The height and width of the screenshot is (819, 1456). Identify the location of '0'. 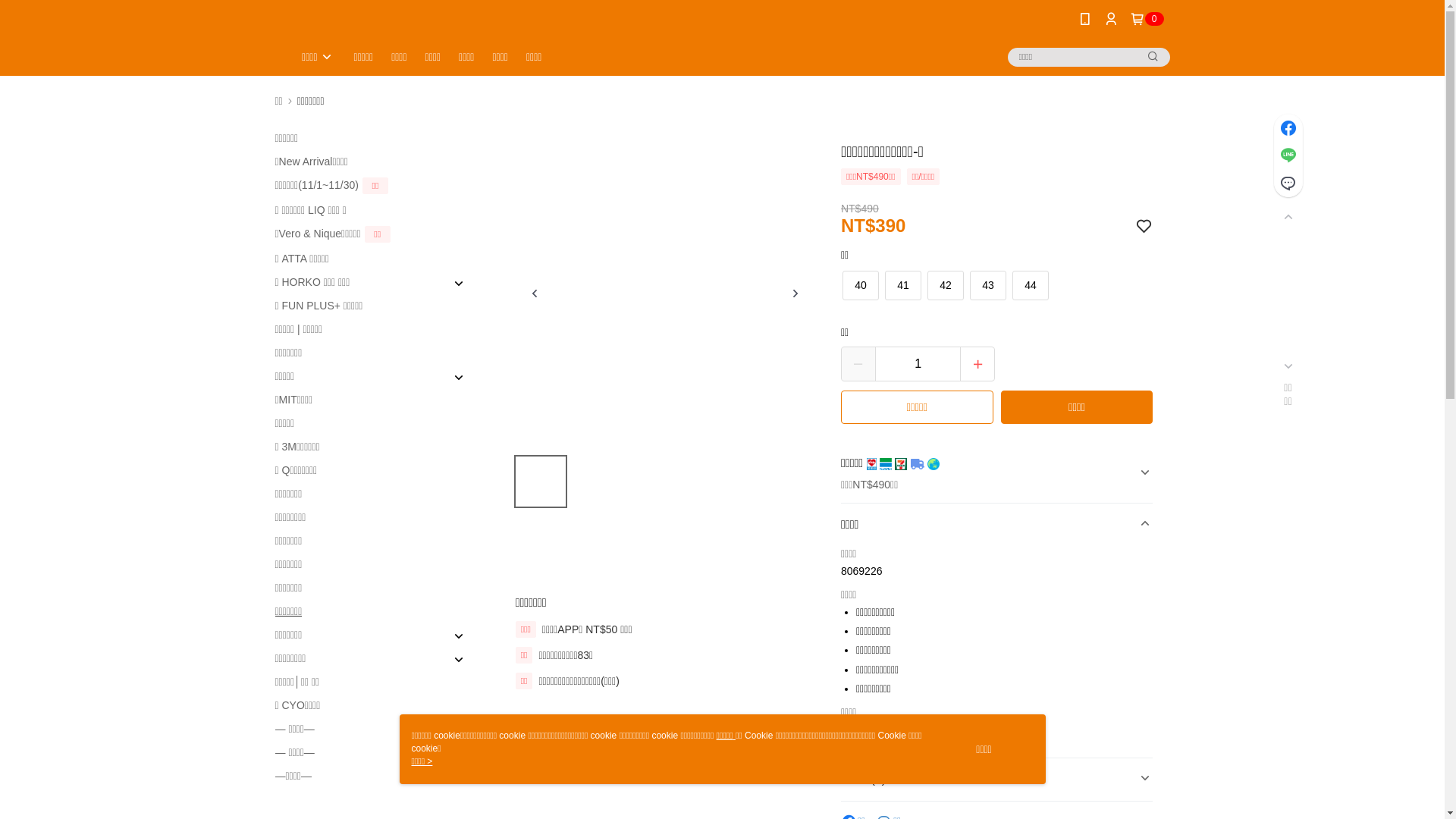
(1147, 18).